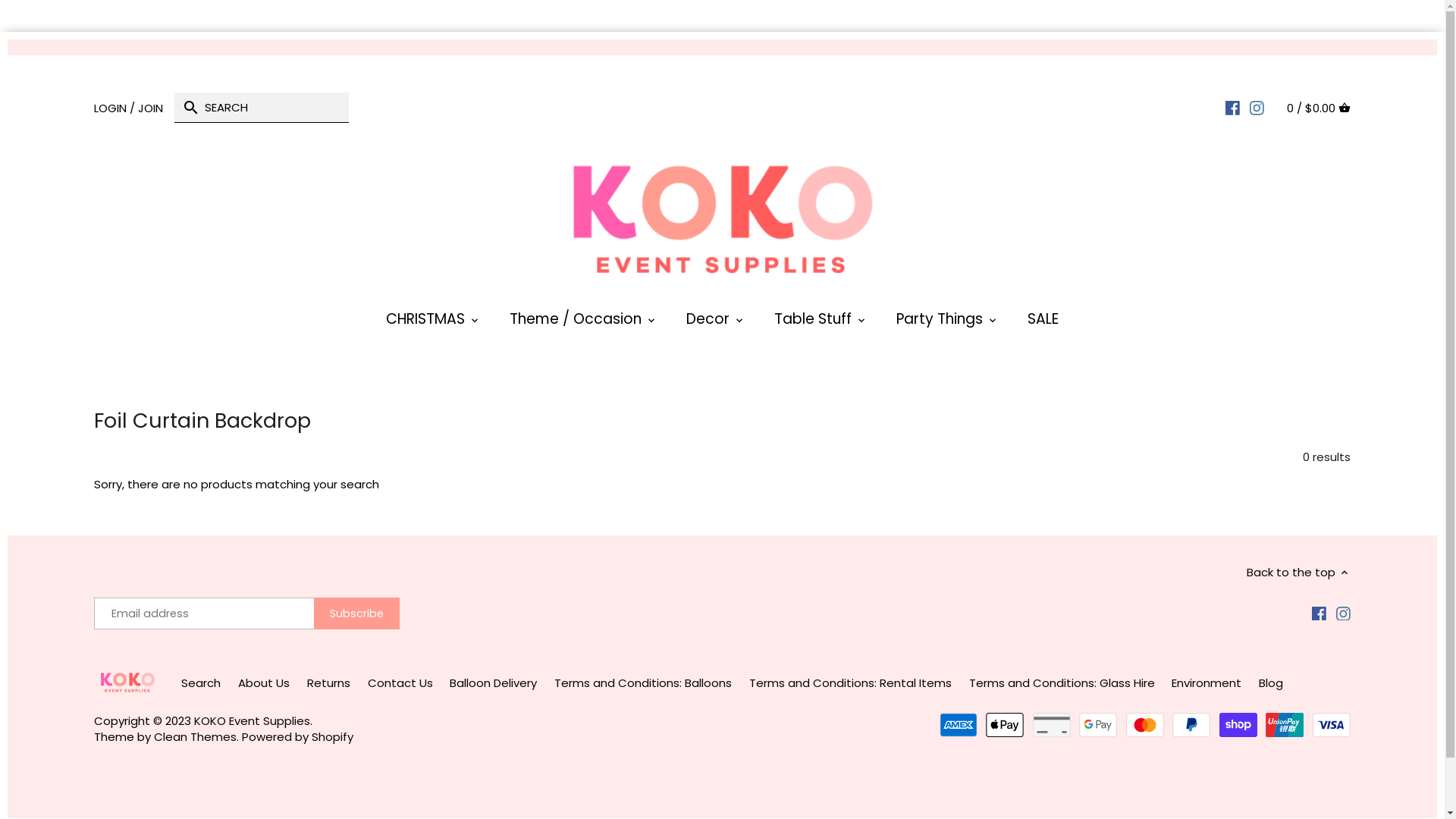 This screenshot has height=819, width=1456. What do you see at coordinates (1270, 682) in the screenshot?
I see `'Blog'` at bounding box center [1270, 682].